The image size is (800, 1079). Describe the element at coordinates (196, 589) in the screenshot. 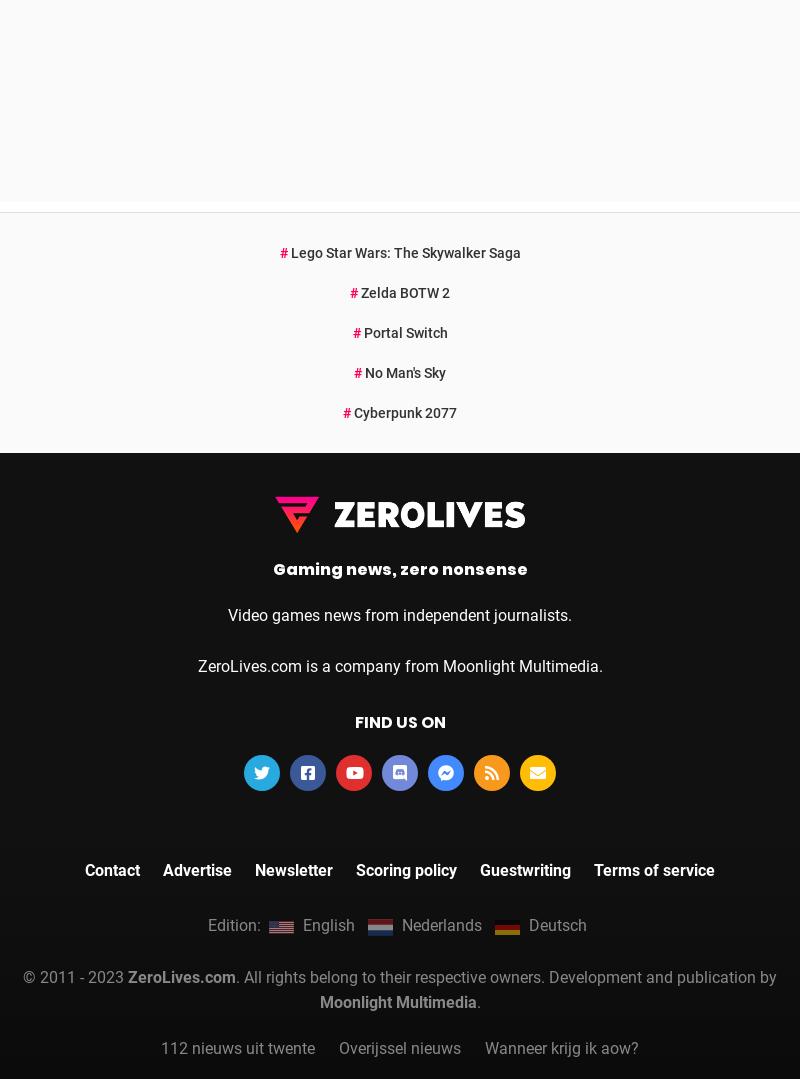

I see `'Advertise'` at that location.